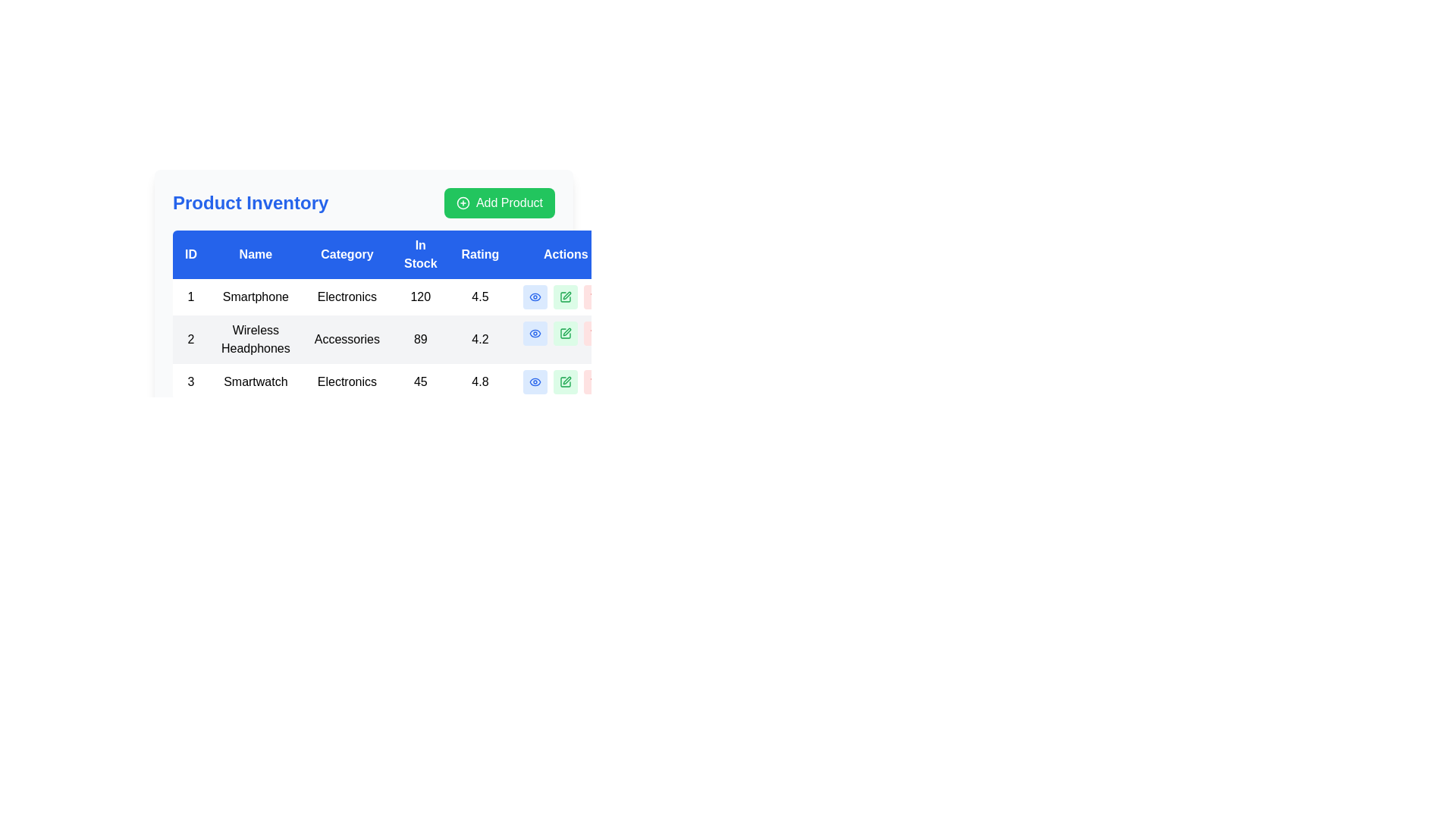  What do you see at coordinates (479, 381) in the screenshot?
I see `the Text display showing the rating of the product 'Smartwatch', located in the fifth column of the third row in the table, adjacent to the value '45'` at bounding box center [479, 381].